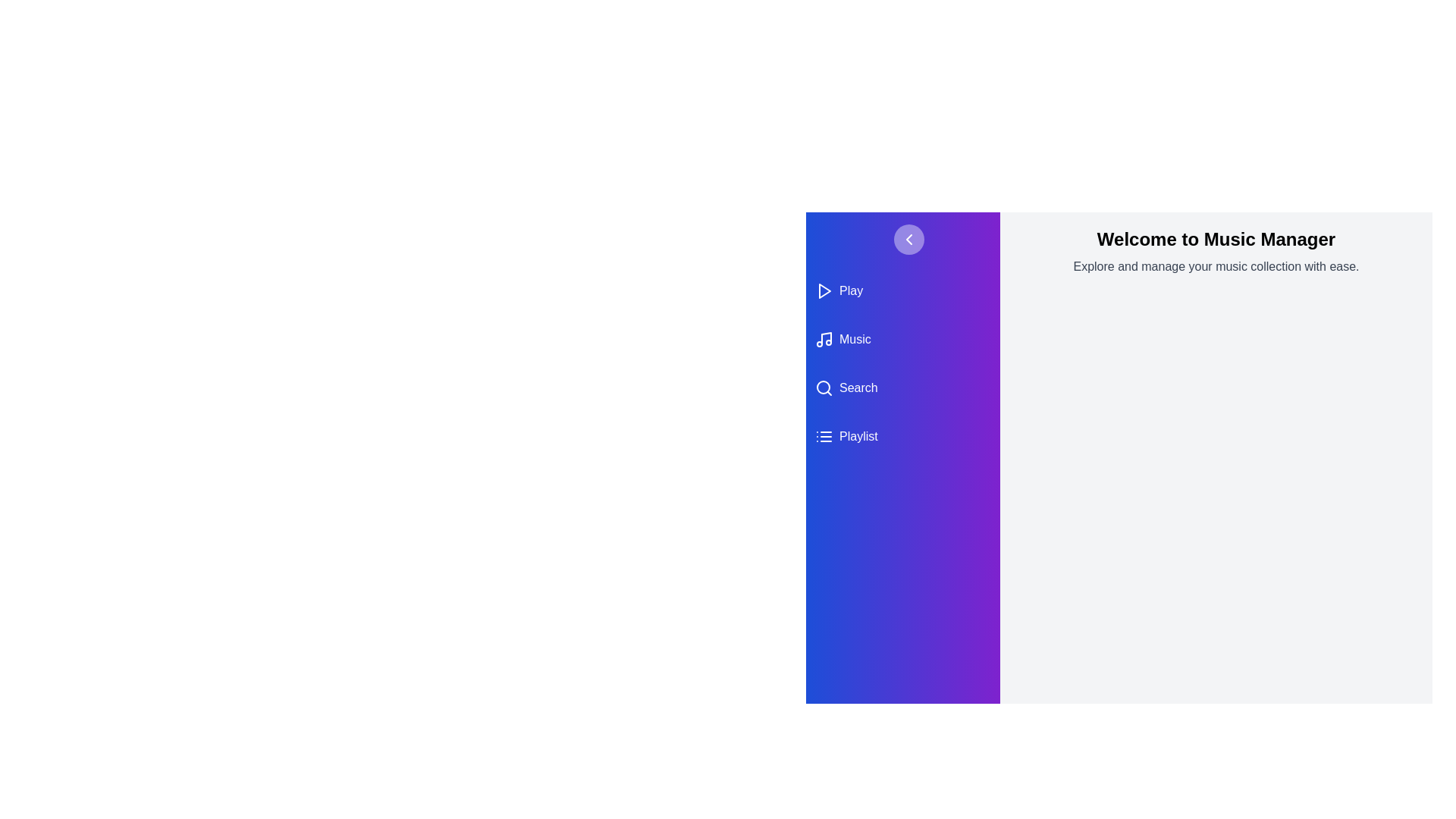 The image size is (1456, 819). Describe the element at coordinates (902, 436) in the screenshot. I see `the 'Playlist' category in the drawer` at that location.